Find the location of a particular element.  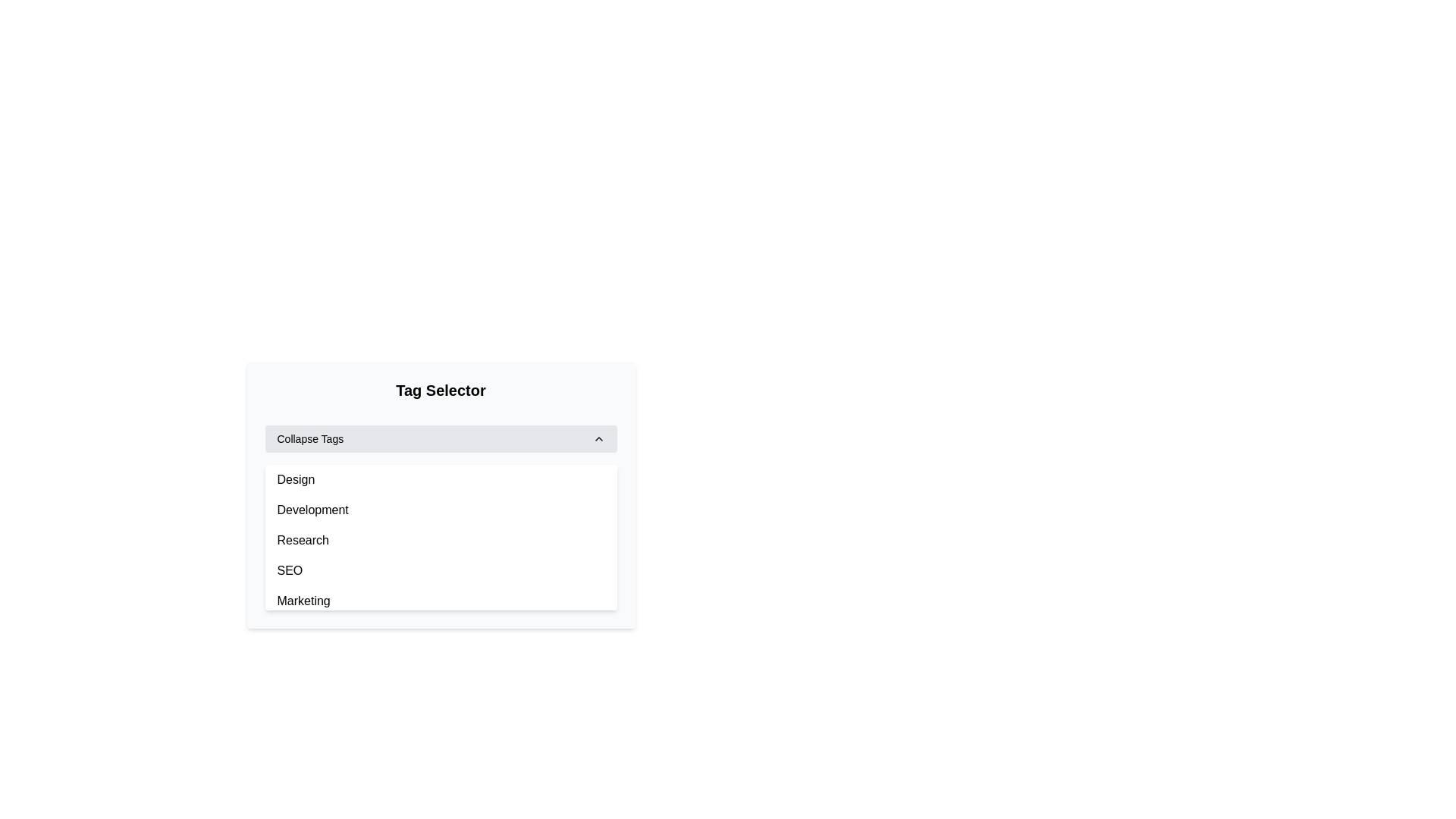

the 'Research' text element located in the third position of the 'Tag Selector' dropdown menu is located at coordinates (303, 540).